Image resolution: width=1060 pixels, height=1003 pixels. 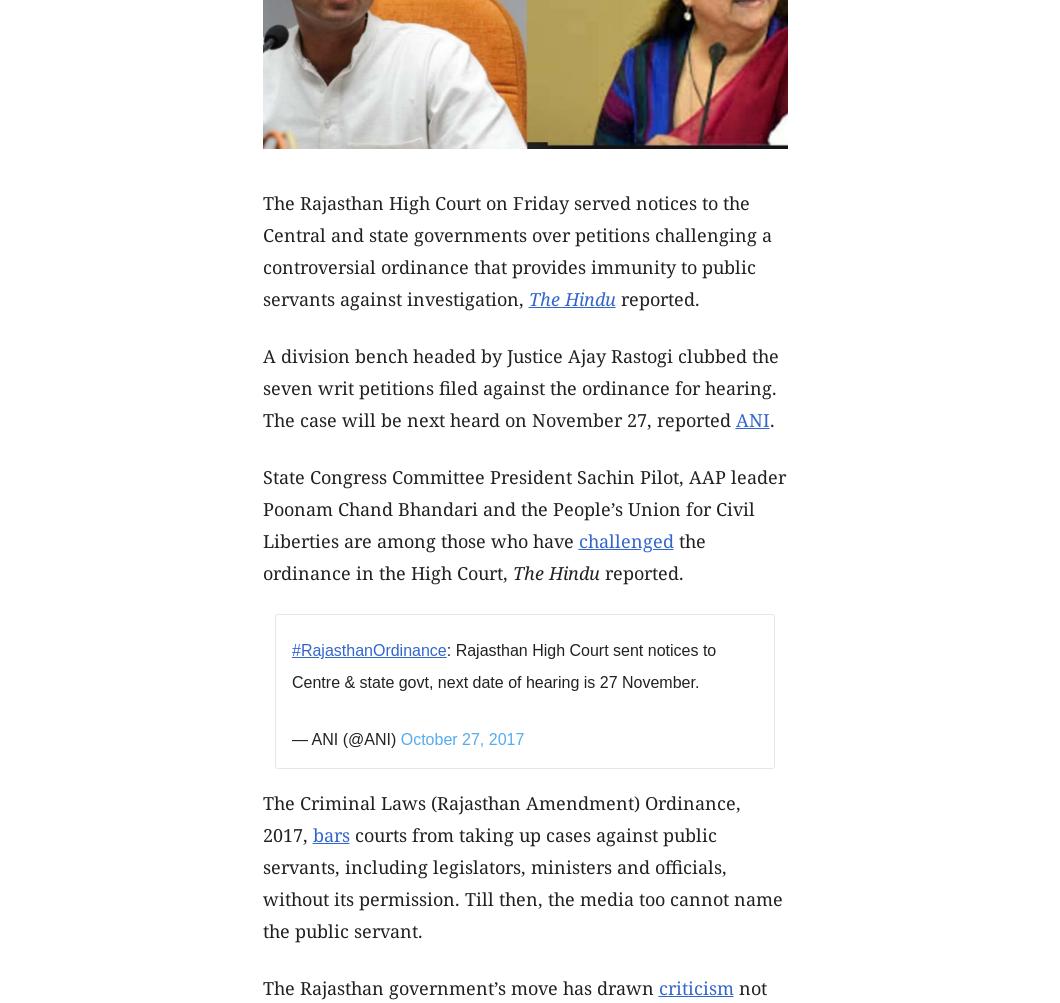 What do you see at coordinates (459, 985) in the screenshot?
I see `'The Rajasthan government’s move has drawn'` at bounding box center [459, 985].